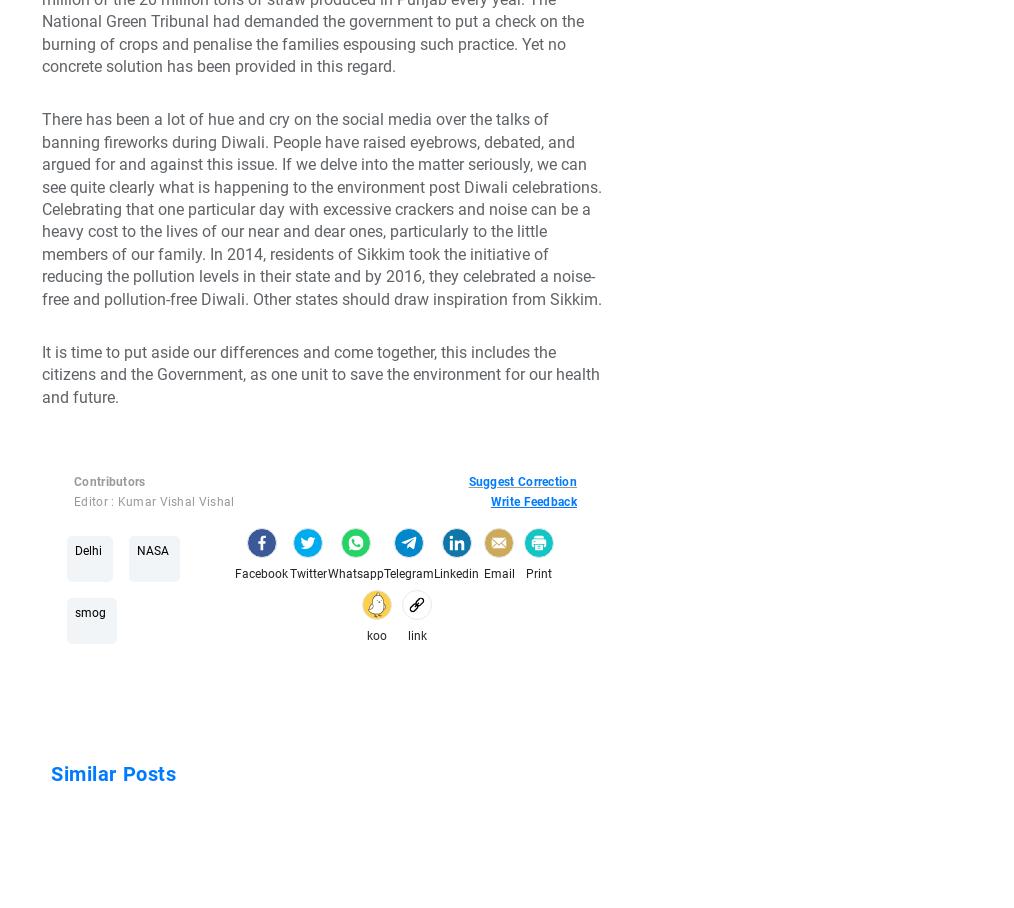 This screenshot has width=1014, height=908. I want to click on 'Whatsapp', so click(355, 574).